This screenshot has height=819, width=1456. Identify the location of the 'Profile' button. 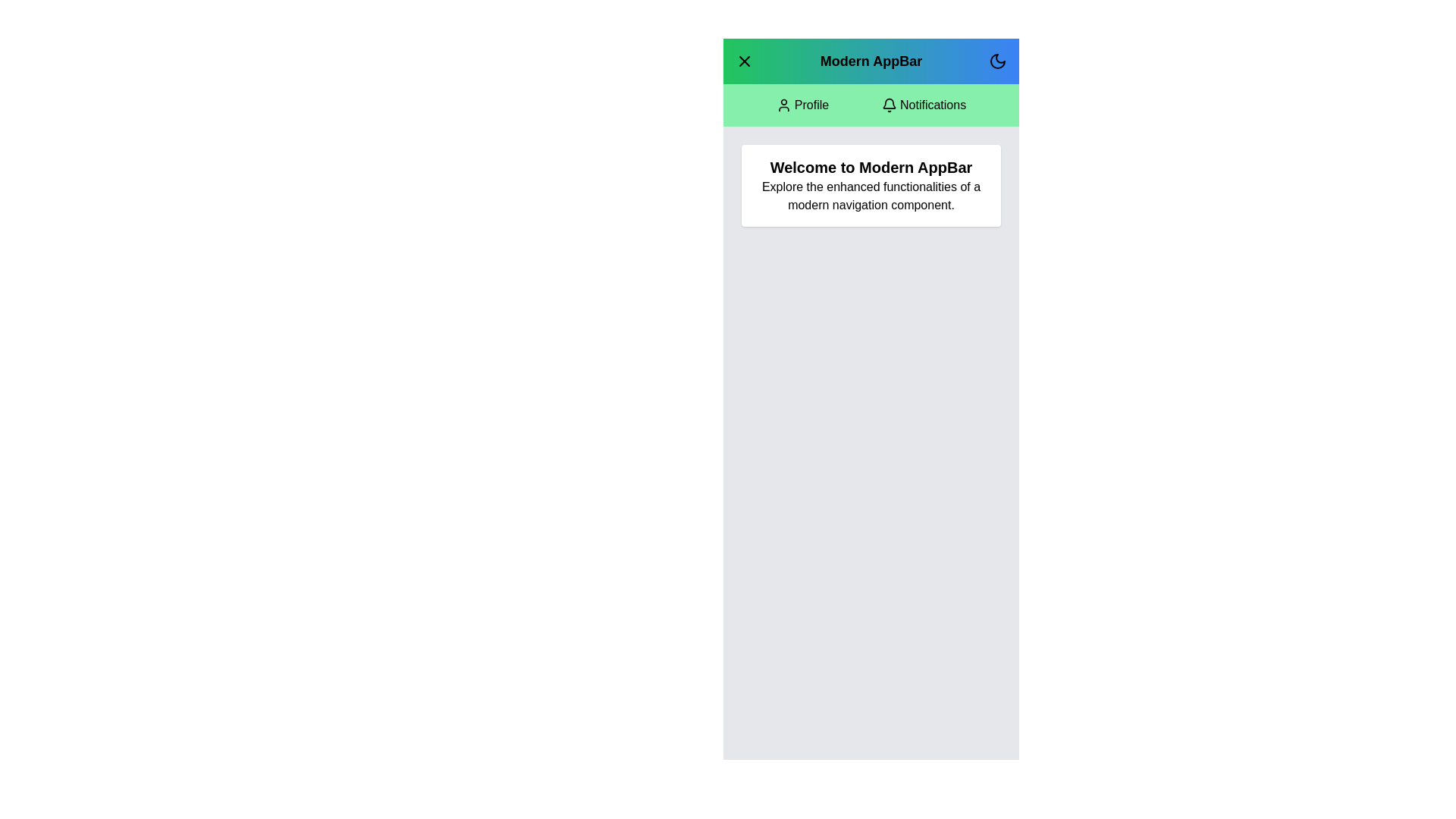
(801, 104).